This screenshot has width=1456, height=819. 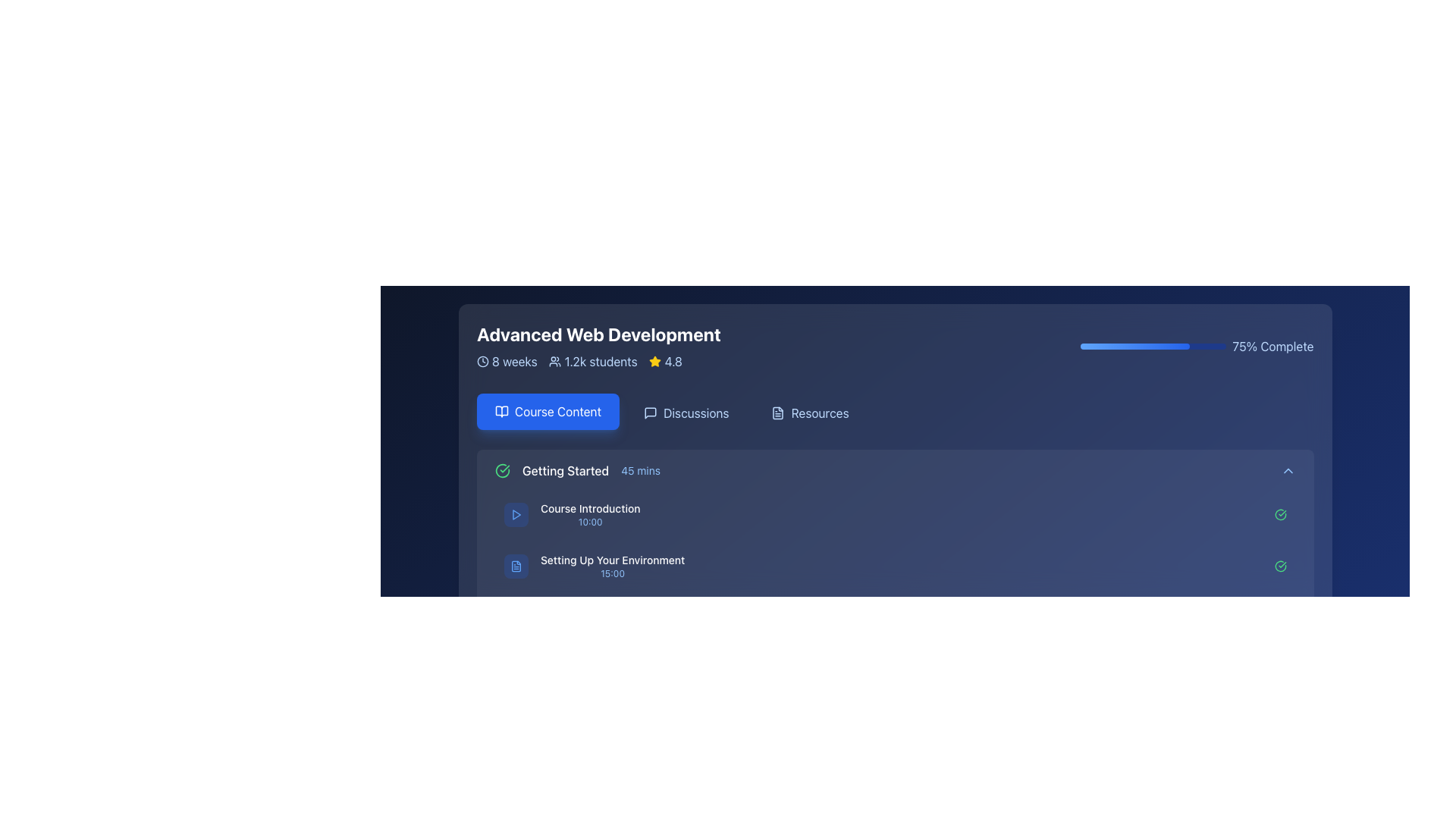 What do you see at coordinates (557, 412) in the screenshot?
I see `the 'Course Content' text label embedded within a blue button in the navigation bar for possible tooltips` at bounding box center [557, 412].